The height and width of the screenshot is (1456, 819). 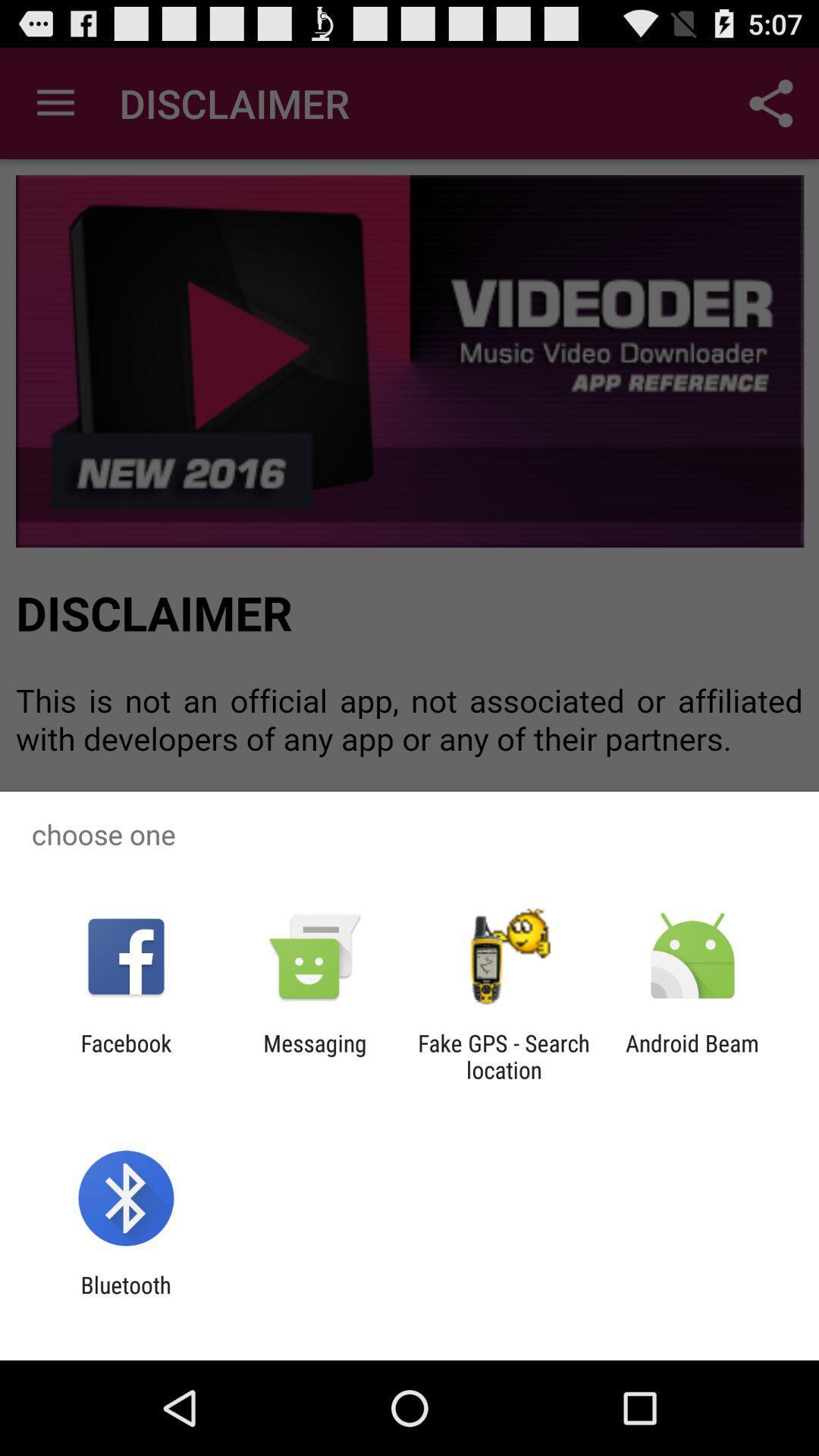 What do you see at coordinates (504, 1056) in the screenshot?
I see `the app to the right of the messaging app` at bounding box center [504, 1056].